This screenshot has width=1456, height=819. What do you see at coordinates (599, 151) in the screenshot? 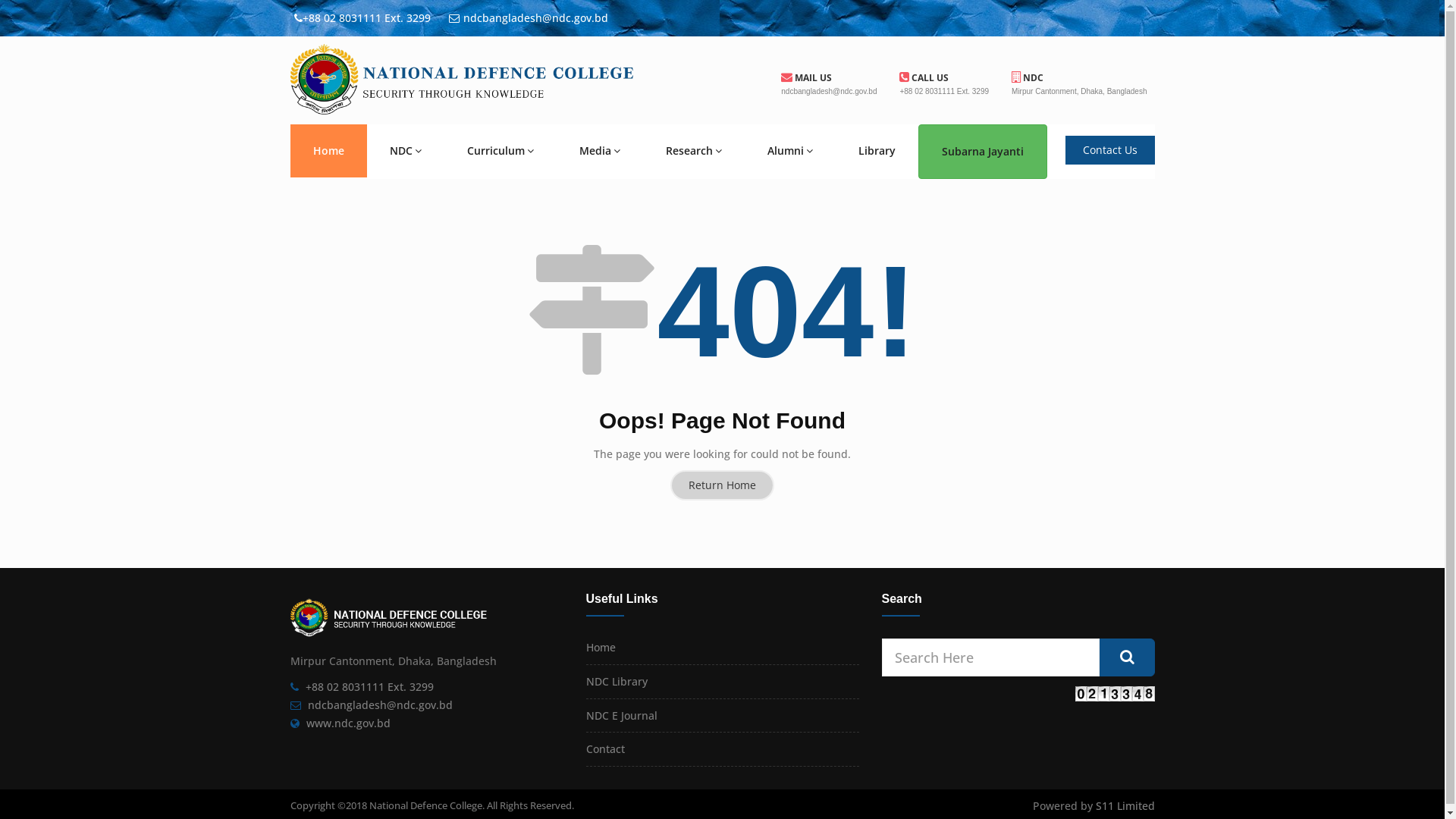
I see `'Media'` at bounding box center [599, 151].